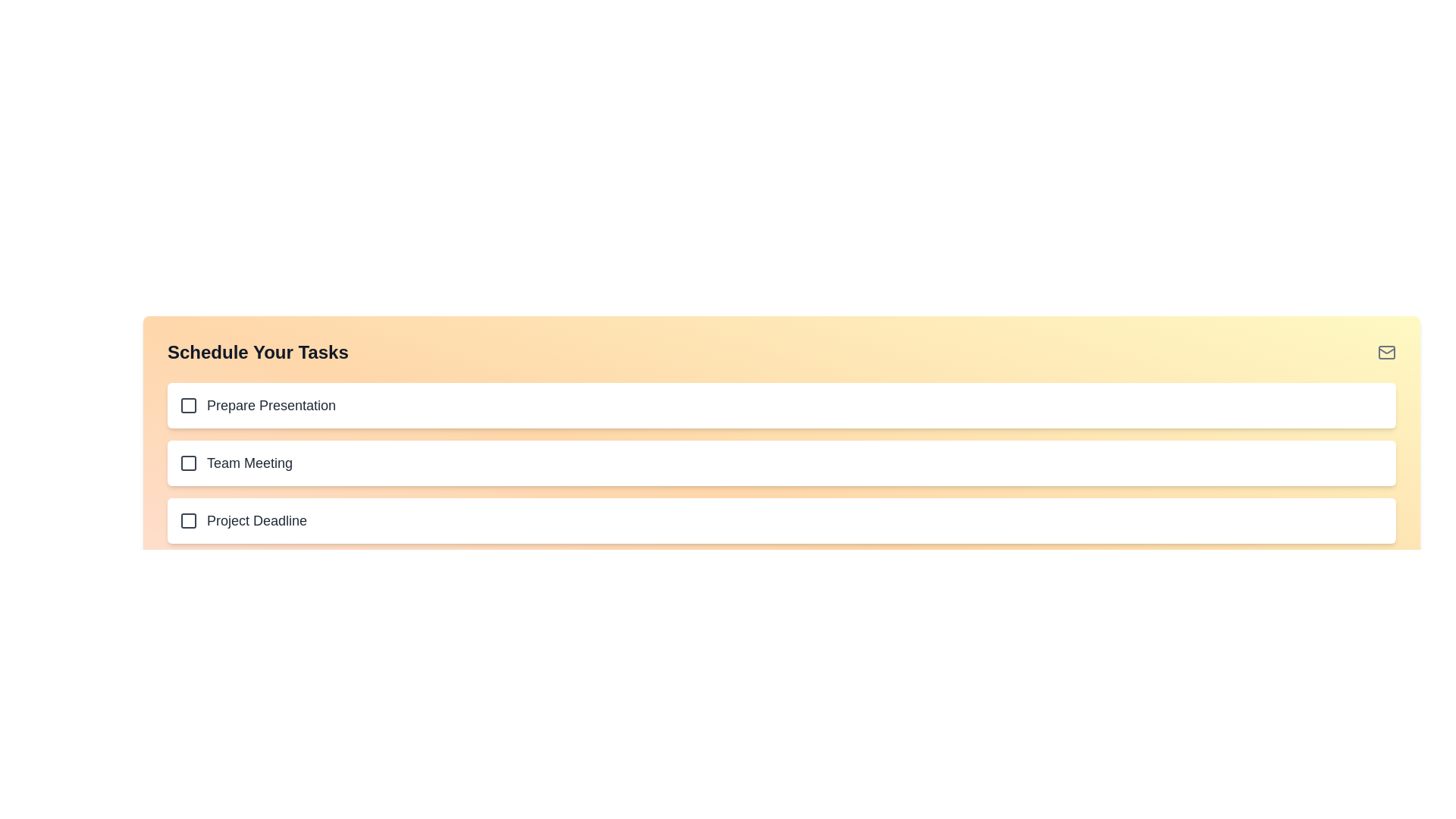 The image size is (1456, 819). I want to click on the checkbox located to the left of the text 'Project Deadline', so click(188, 519).